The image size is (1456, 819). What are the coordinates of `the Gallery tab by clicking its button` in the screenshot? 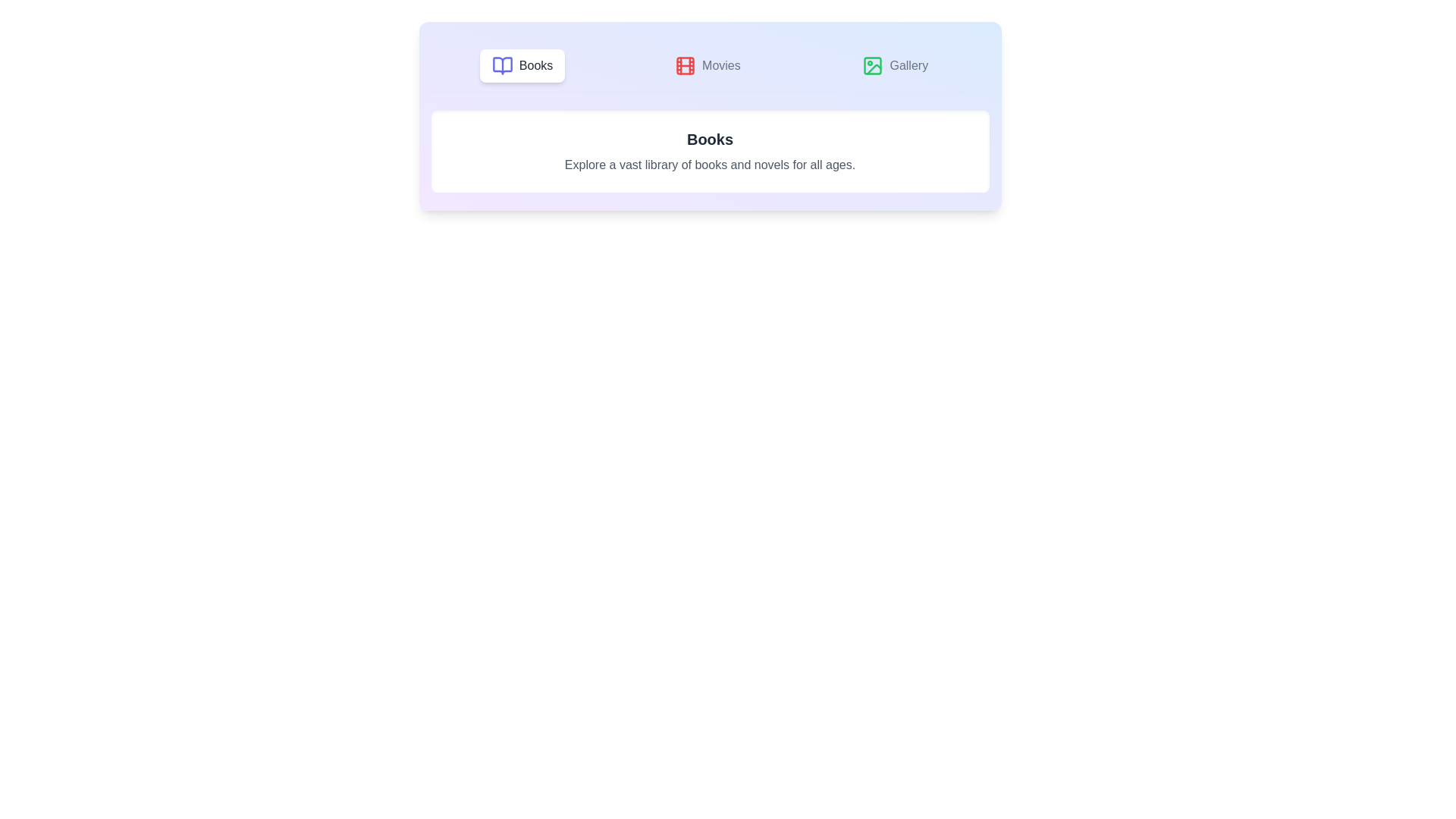 It's located at (895, 65).